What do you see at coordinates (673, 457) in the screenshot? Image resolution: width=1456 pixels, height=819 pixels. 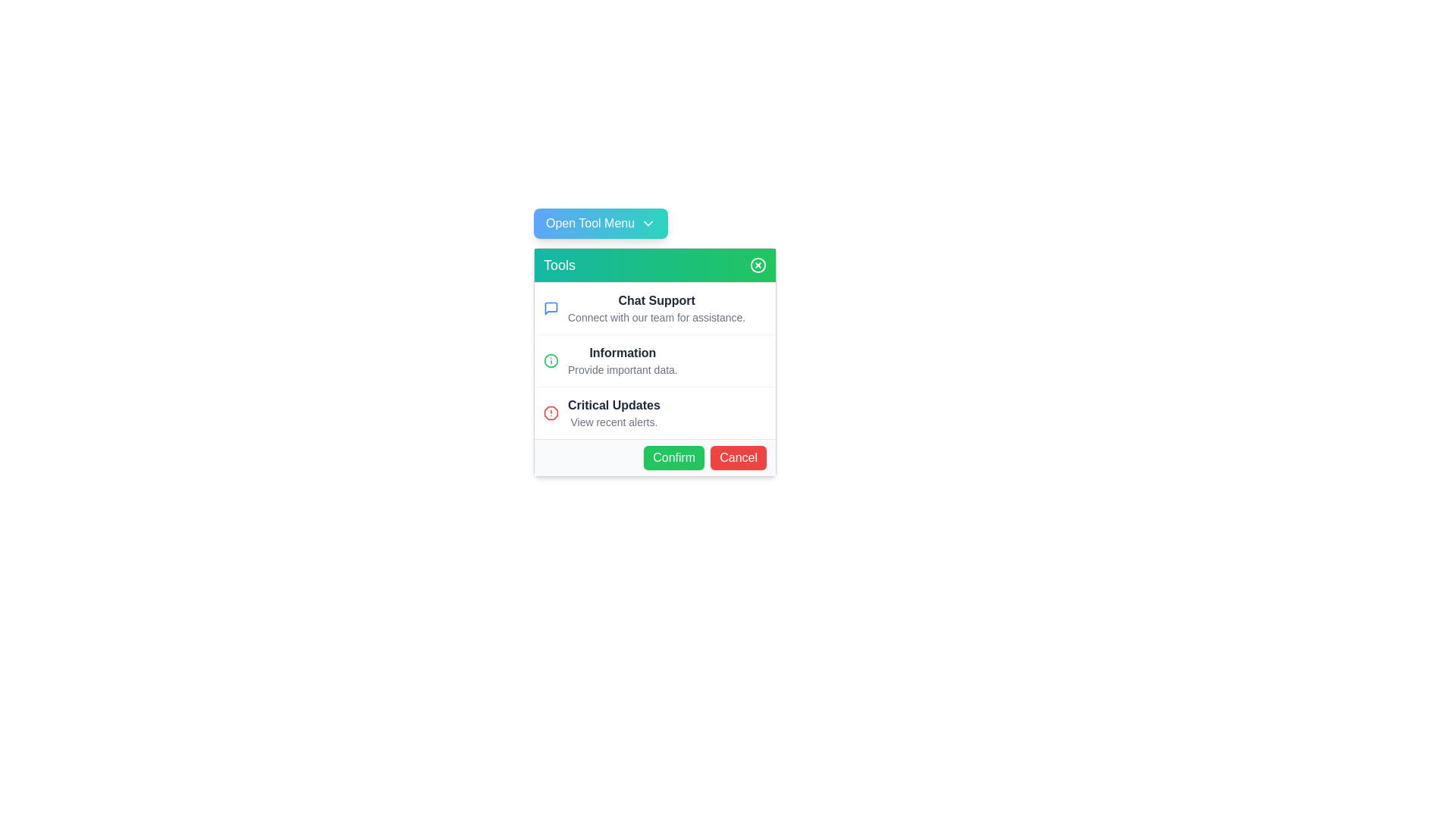 I see `the leftmost confirm button located in the footer of the modal window to confirm the action` at bounding box center [673, 457].